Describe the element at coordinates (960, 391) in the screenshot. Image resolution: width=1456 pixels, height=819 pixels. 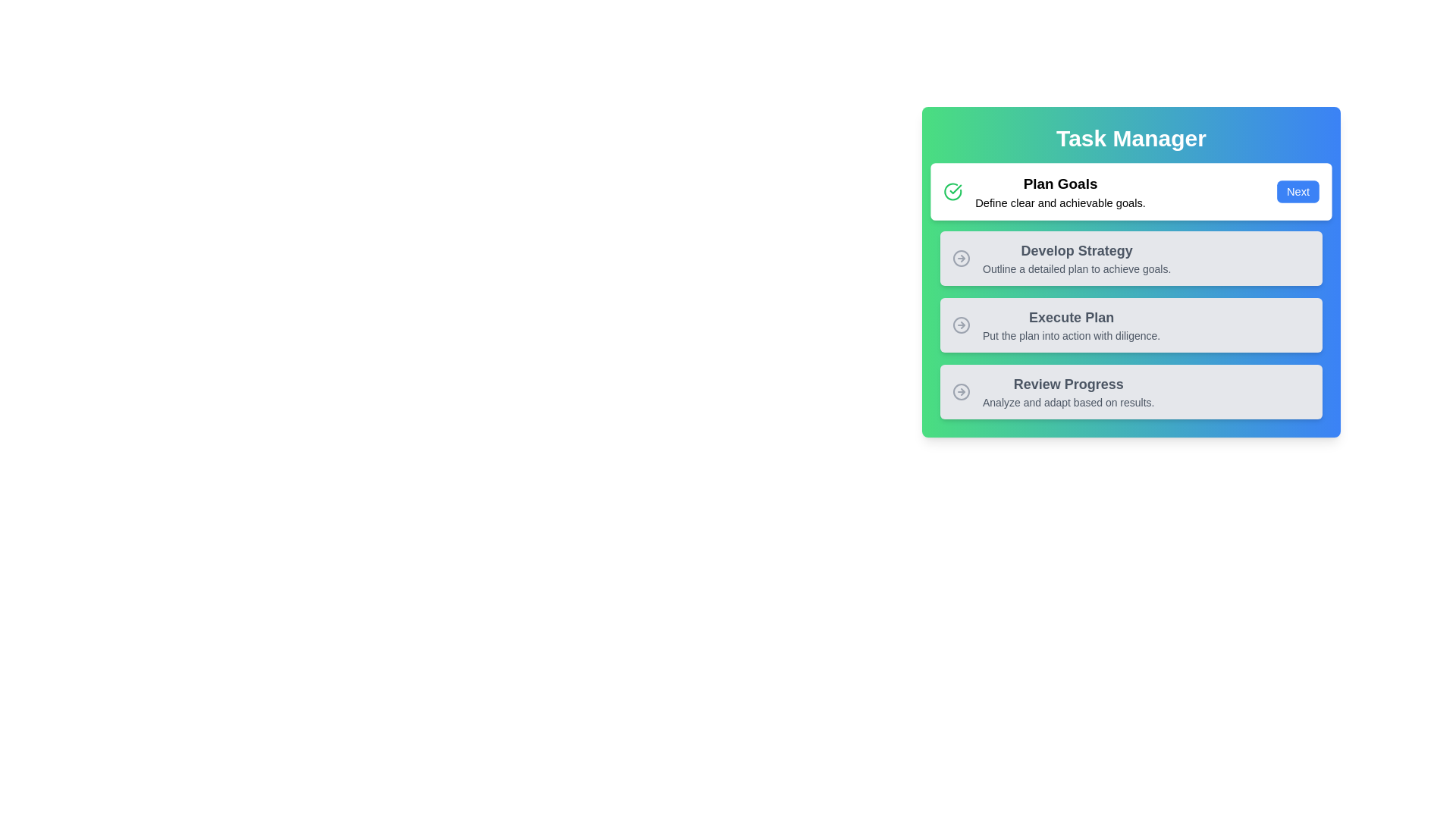
I see `the central circular graphic element with a radius of 10 units, which is part of the SVG graphic within the larger user interface` at that location.